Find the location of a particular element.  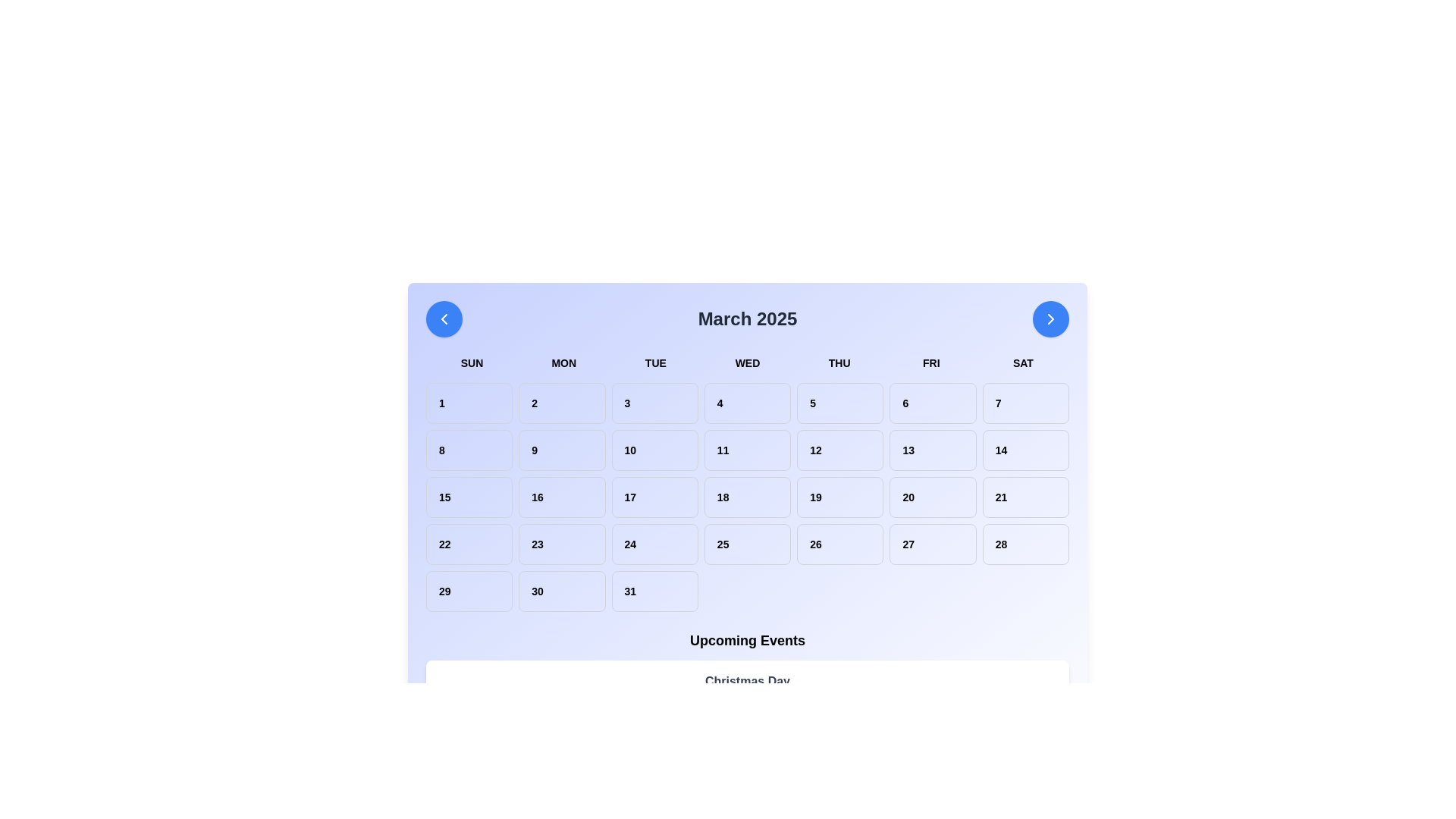

text label for the day 'Monday', which is the second item in a row of seven representing the days of the week in a calendar view, positioned between 'Sun' and 'Tue' is located at coordinates (563, 362).